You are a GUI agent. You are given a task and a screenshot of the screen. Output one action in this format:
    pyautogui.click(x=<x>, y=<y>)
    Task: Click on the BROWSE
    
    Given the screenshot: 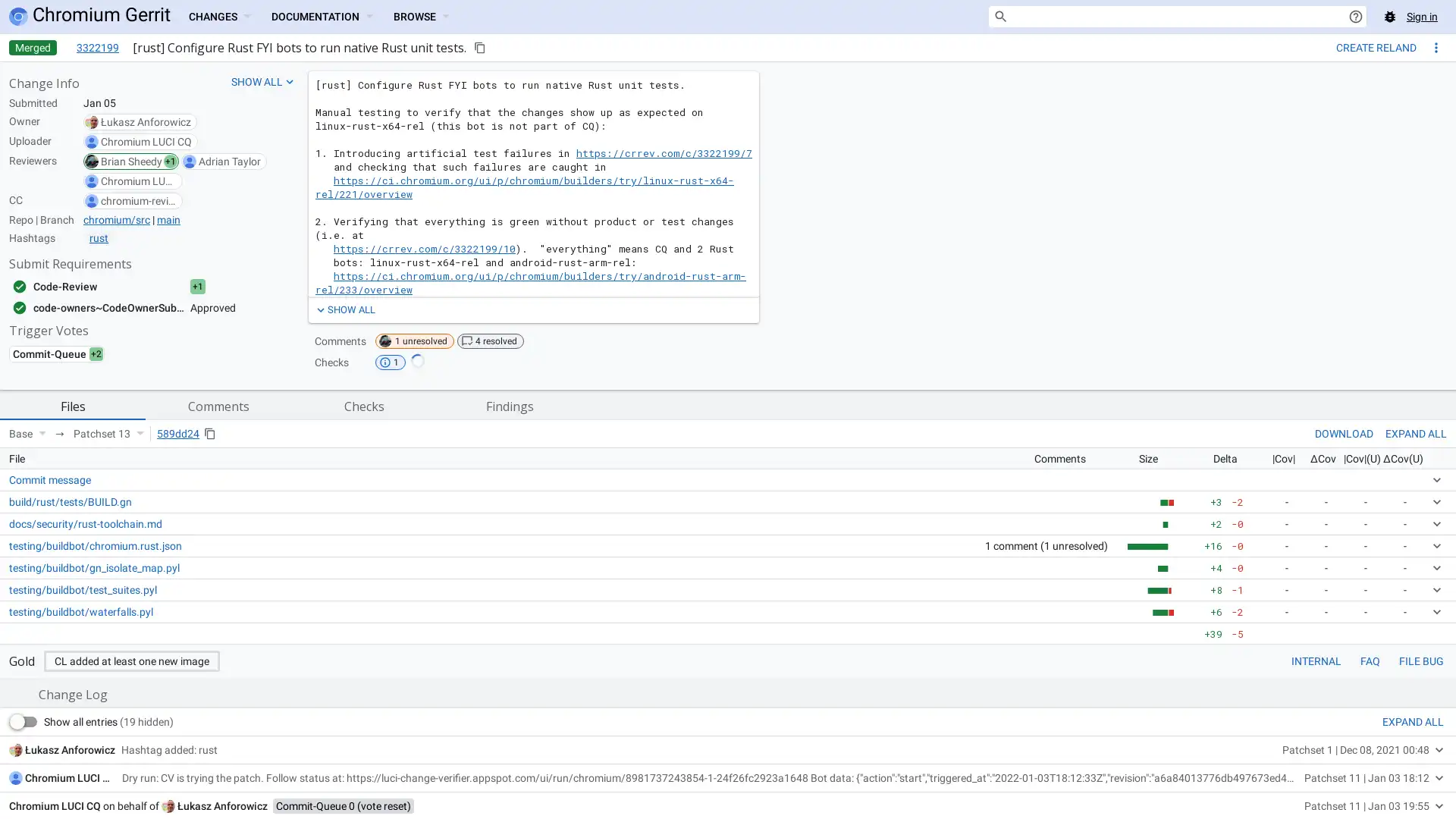 What is the action you would take?
    pyautogui.click(x=421, y=17)
    